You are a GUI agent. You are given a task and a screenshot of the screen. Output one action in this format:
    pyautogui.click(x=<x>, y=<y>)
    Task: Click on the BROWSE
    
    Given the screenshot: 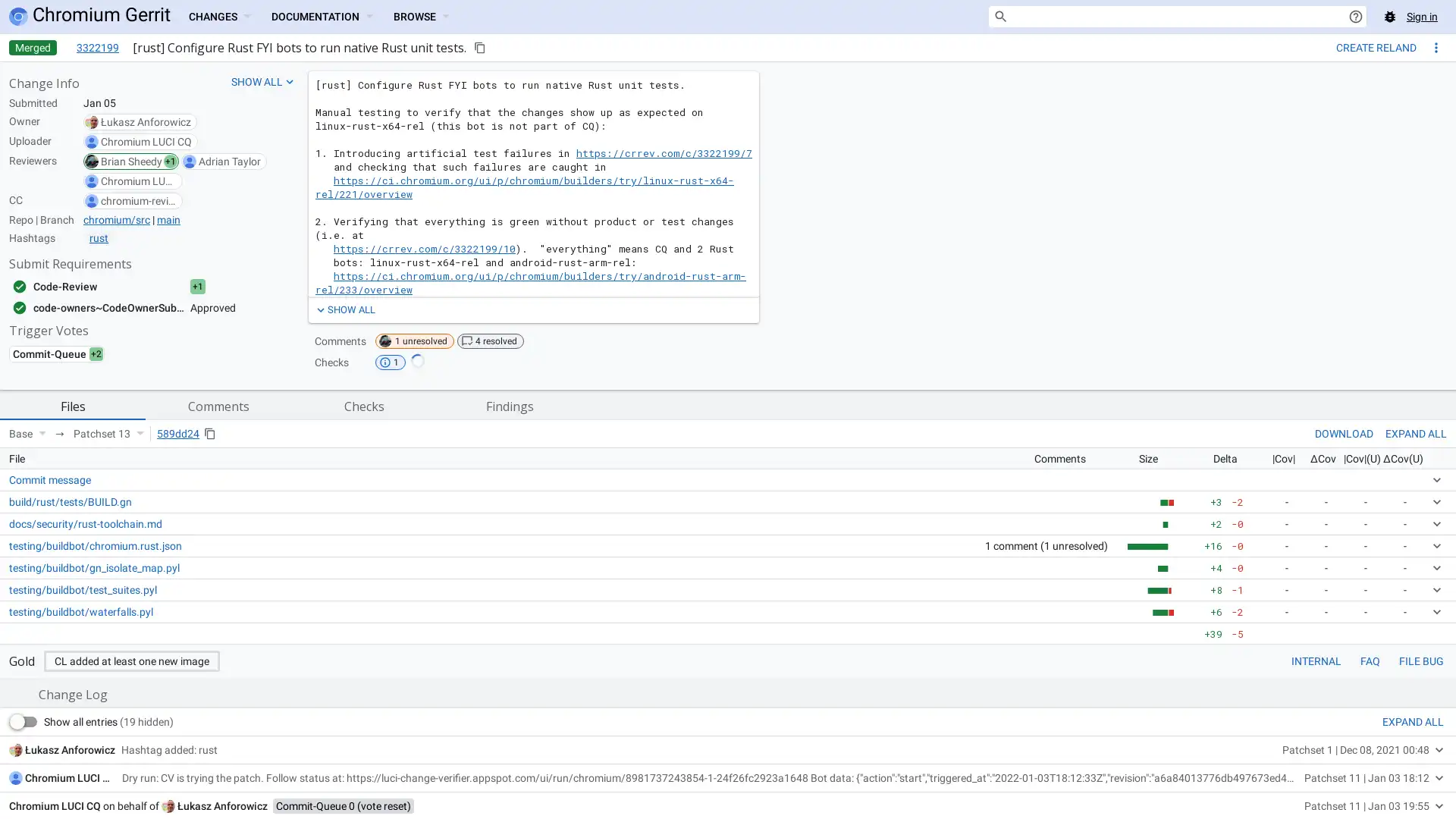 What is the action you would take?
    pyautogui.click(x=421, y=17)
    